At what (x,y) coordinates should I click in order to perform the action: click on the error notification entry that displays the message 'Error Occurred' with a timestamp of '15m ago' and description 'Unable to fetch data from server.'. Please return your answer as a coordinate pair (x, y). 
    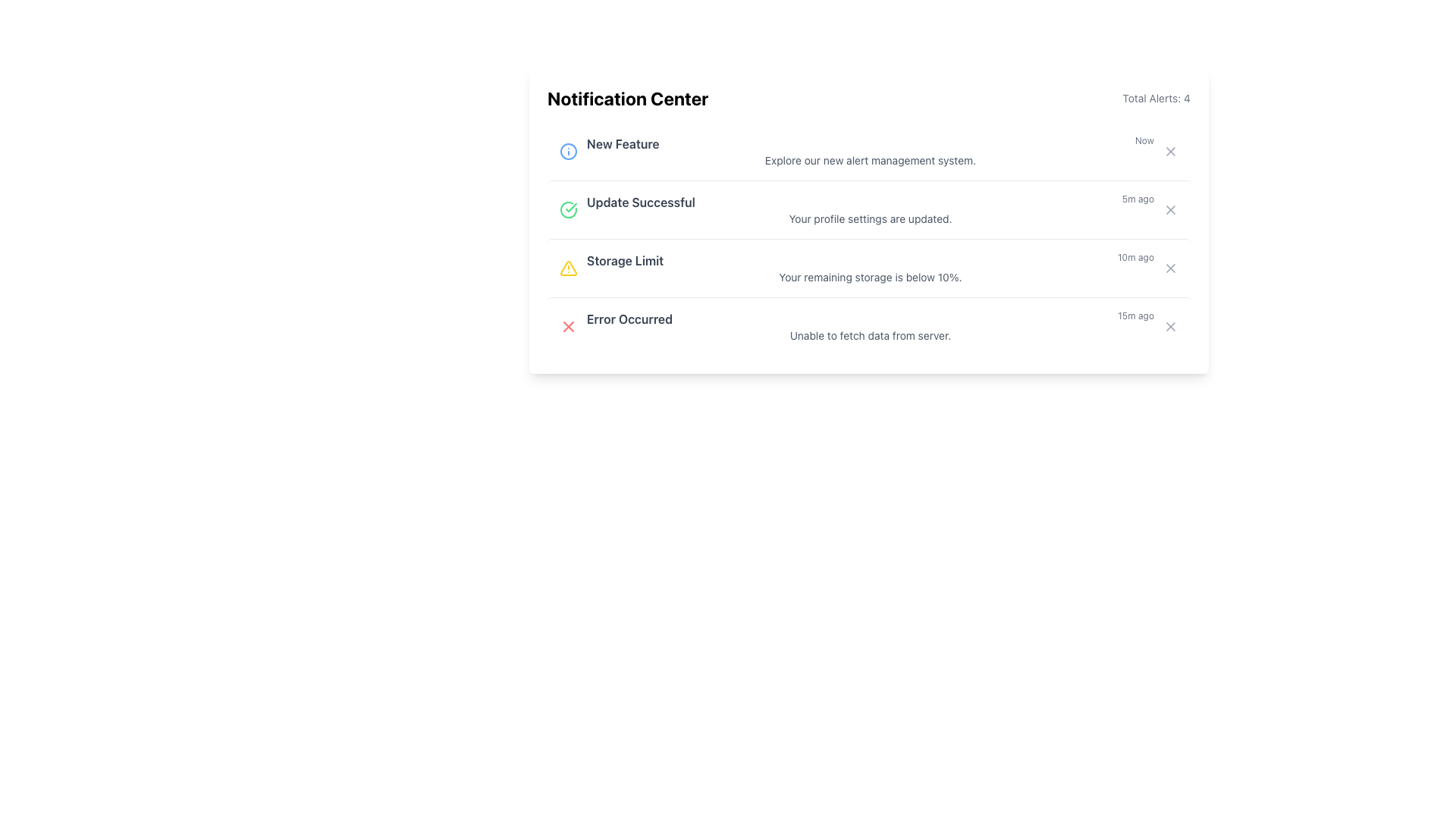
    Looking at the image, I should click on (869, 325).